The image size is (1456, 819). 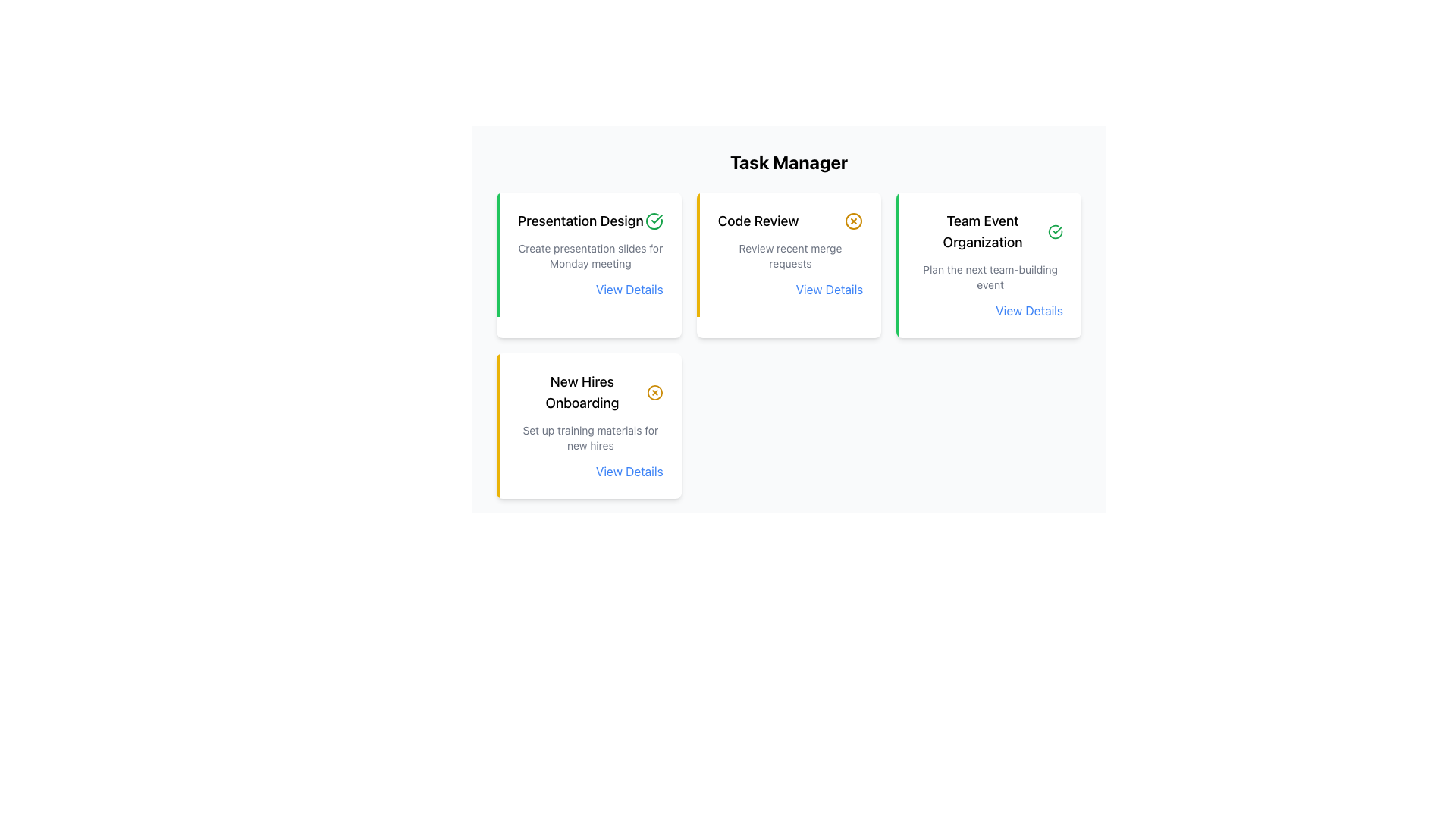 I want to click on the text label displaying 'Set up training materials for new hires.' which is located within the 'New Hires Onboarding' card, positioned below the title and above the 'View Details' link, so click(x=589, y=438).